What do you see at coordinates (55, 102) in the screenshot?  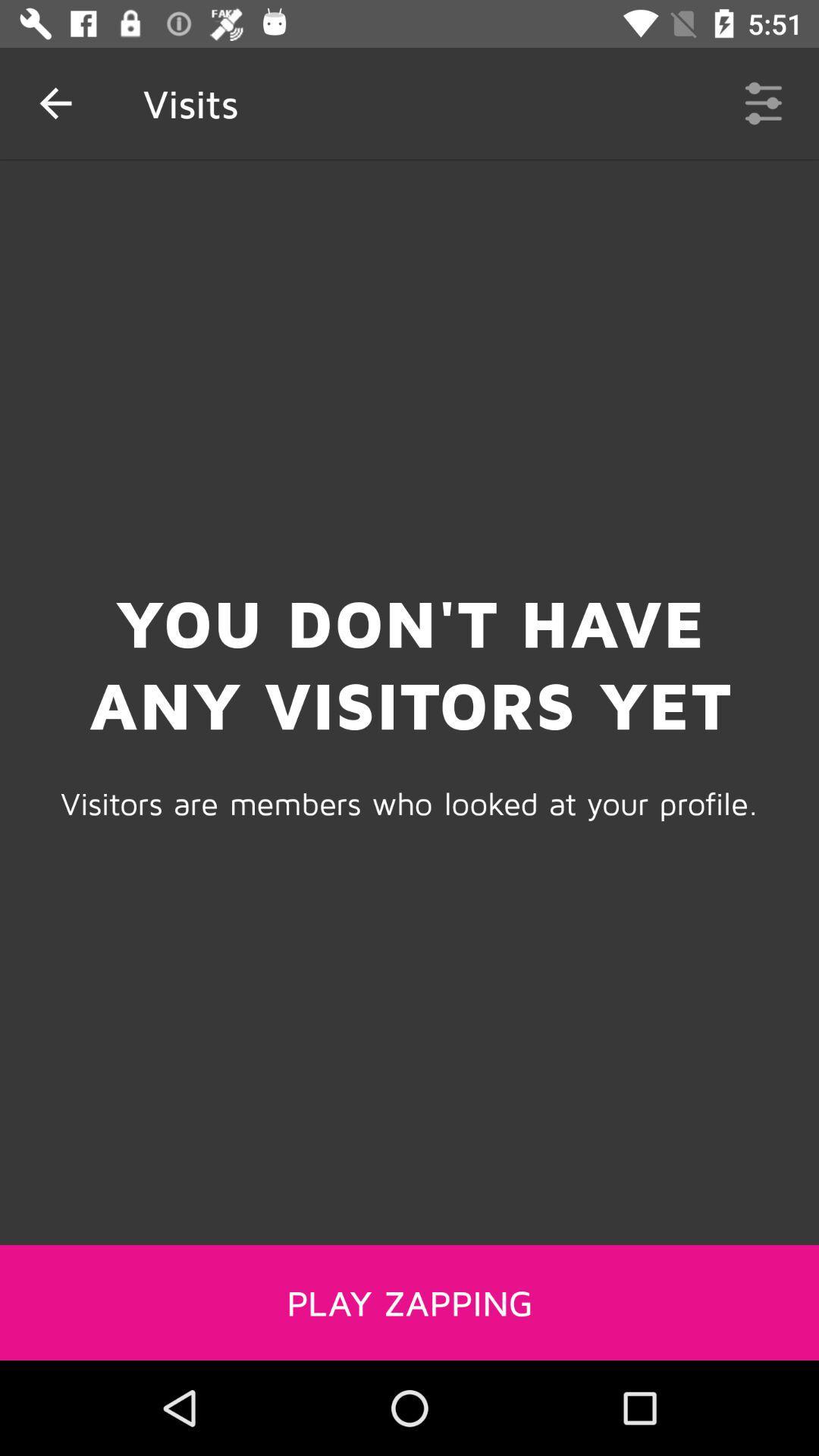 I see `the item above you don t item` at bounding box center [55, 102].